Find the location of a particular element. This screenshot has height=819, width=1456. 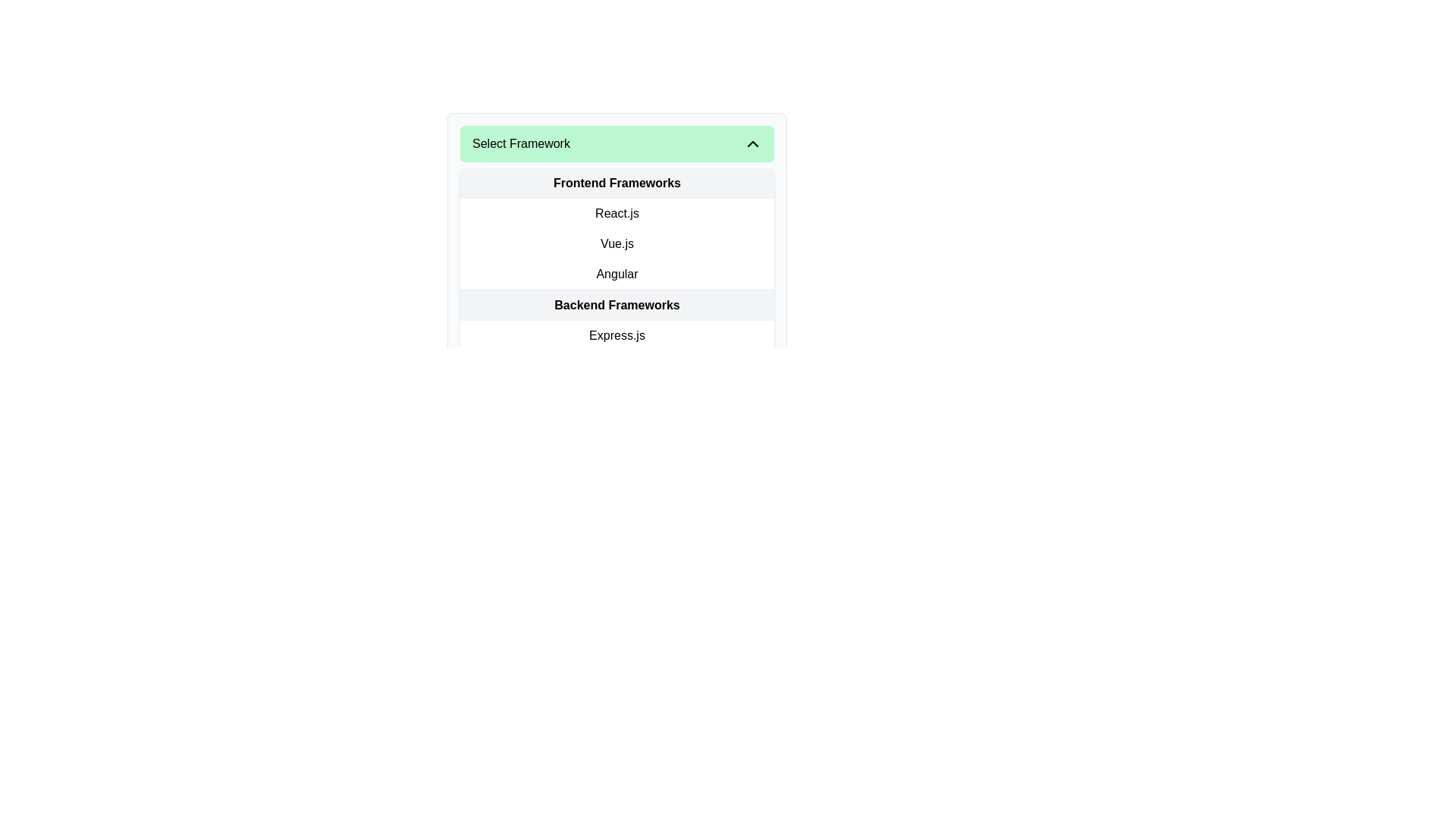

the dropdown menu option labeled 'React.js', 'Vue.js', or 'Angular' is located at coordinates (617, 268).